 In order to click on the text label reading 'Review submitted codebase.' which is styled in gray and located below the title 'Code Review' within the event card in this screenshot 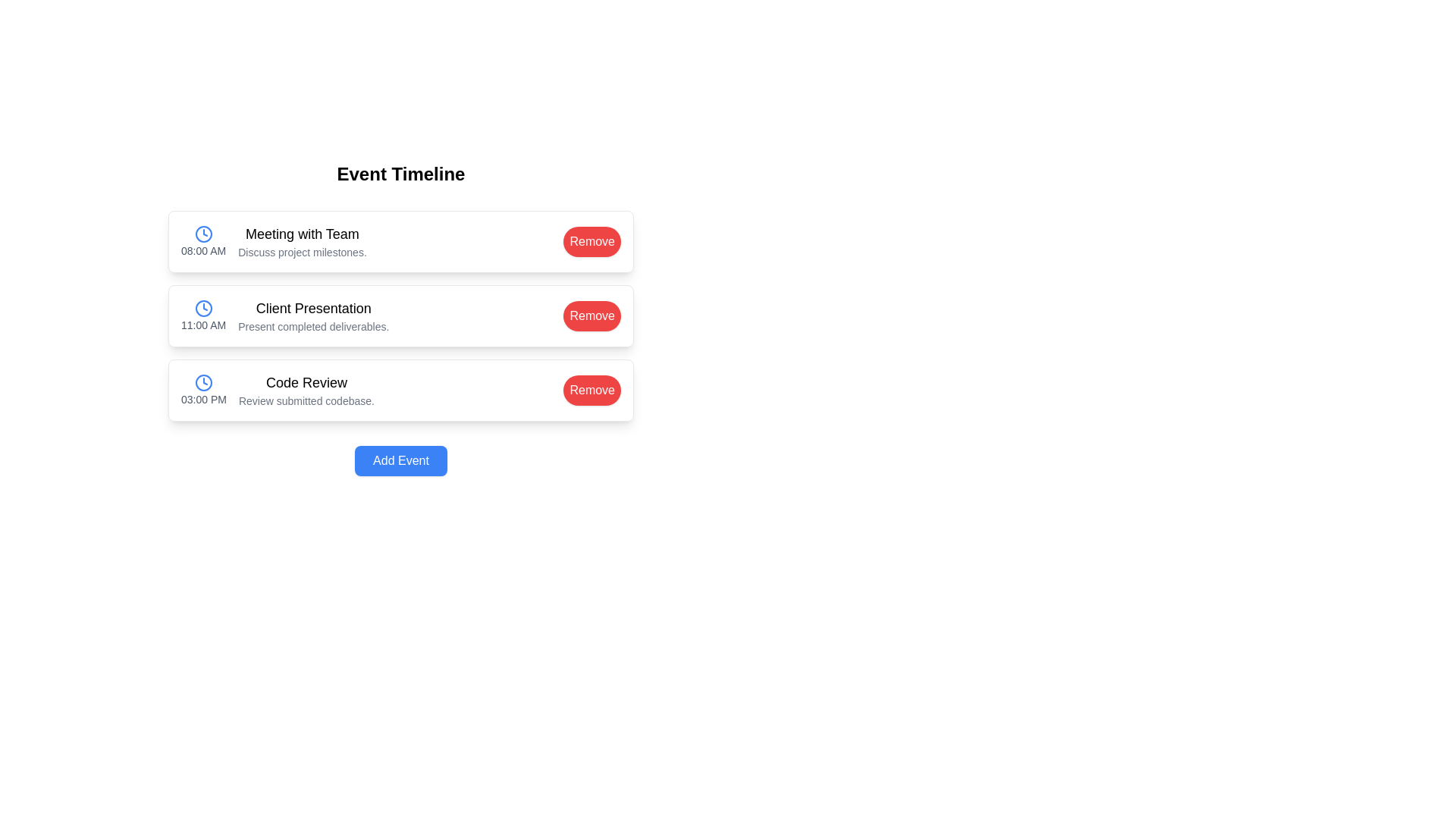, I will do `click(306, 400)`.